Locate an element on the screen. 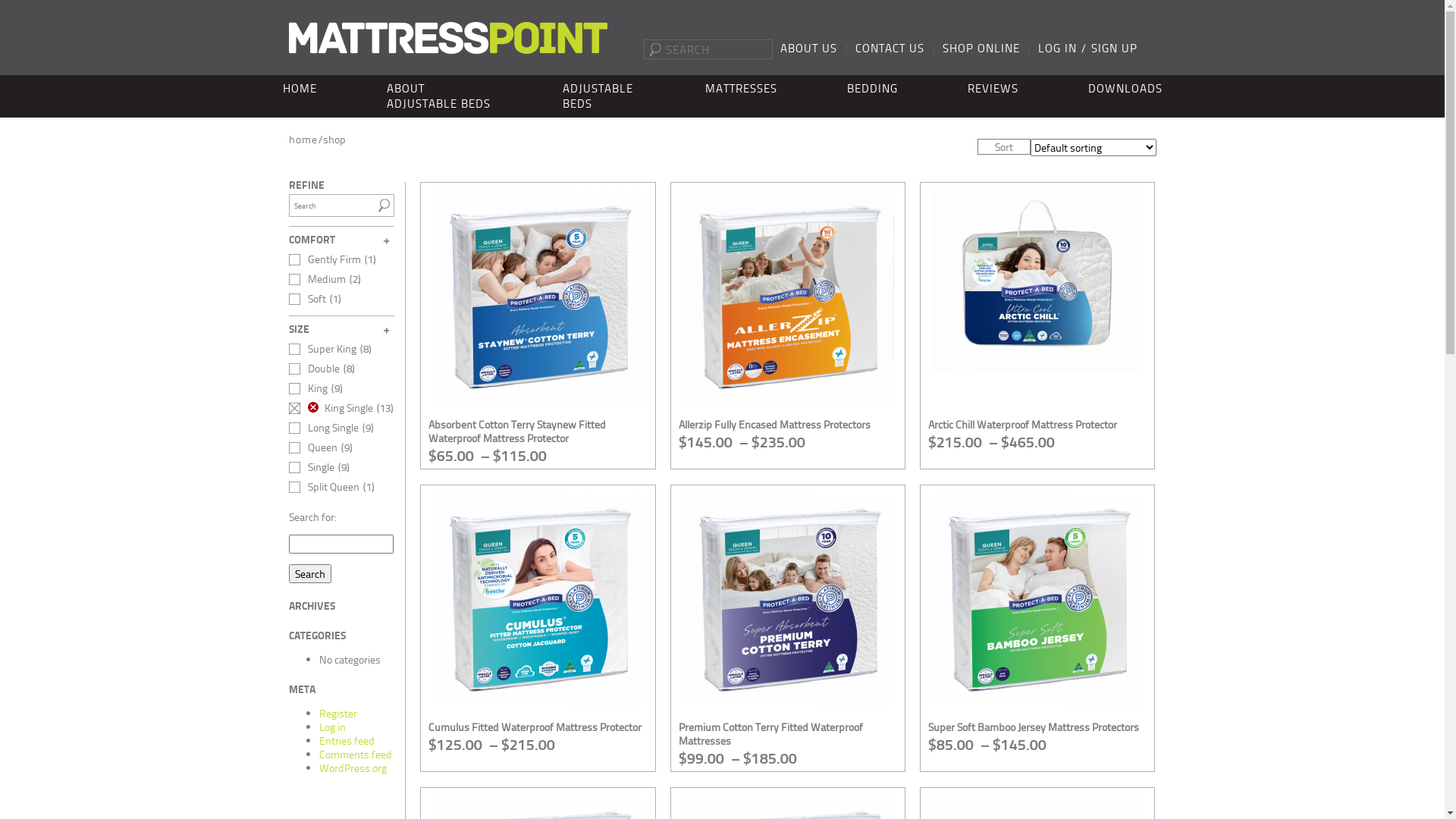  'SHOP ONLINE' is located at coordinates (980, 47).